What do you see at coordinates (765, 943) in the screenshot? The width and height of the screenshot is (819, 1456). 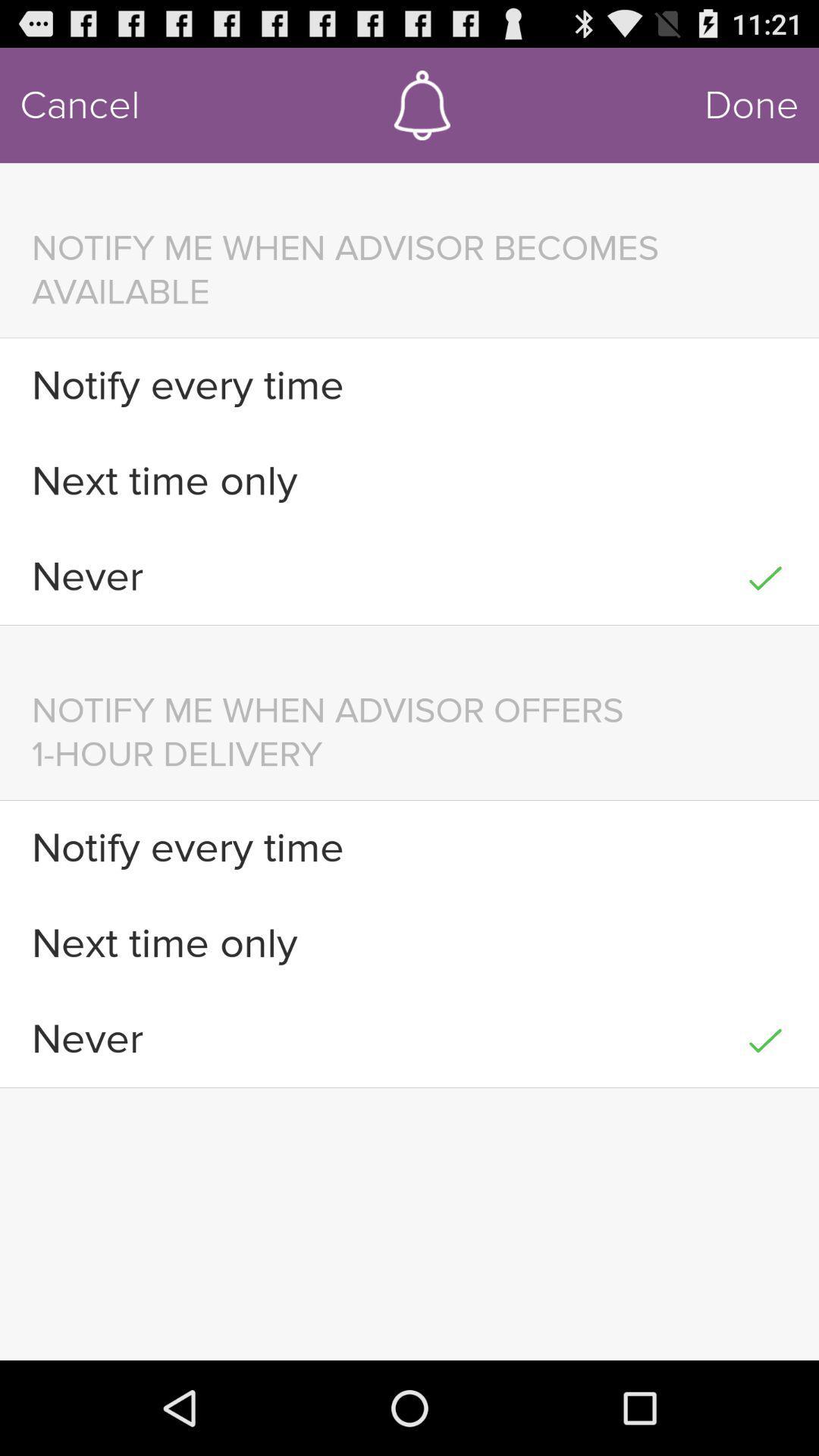 I see `the item next to next time only item` at bounding box center [765, 943].